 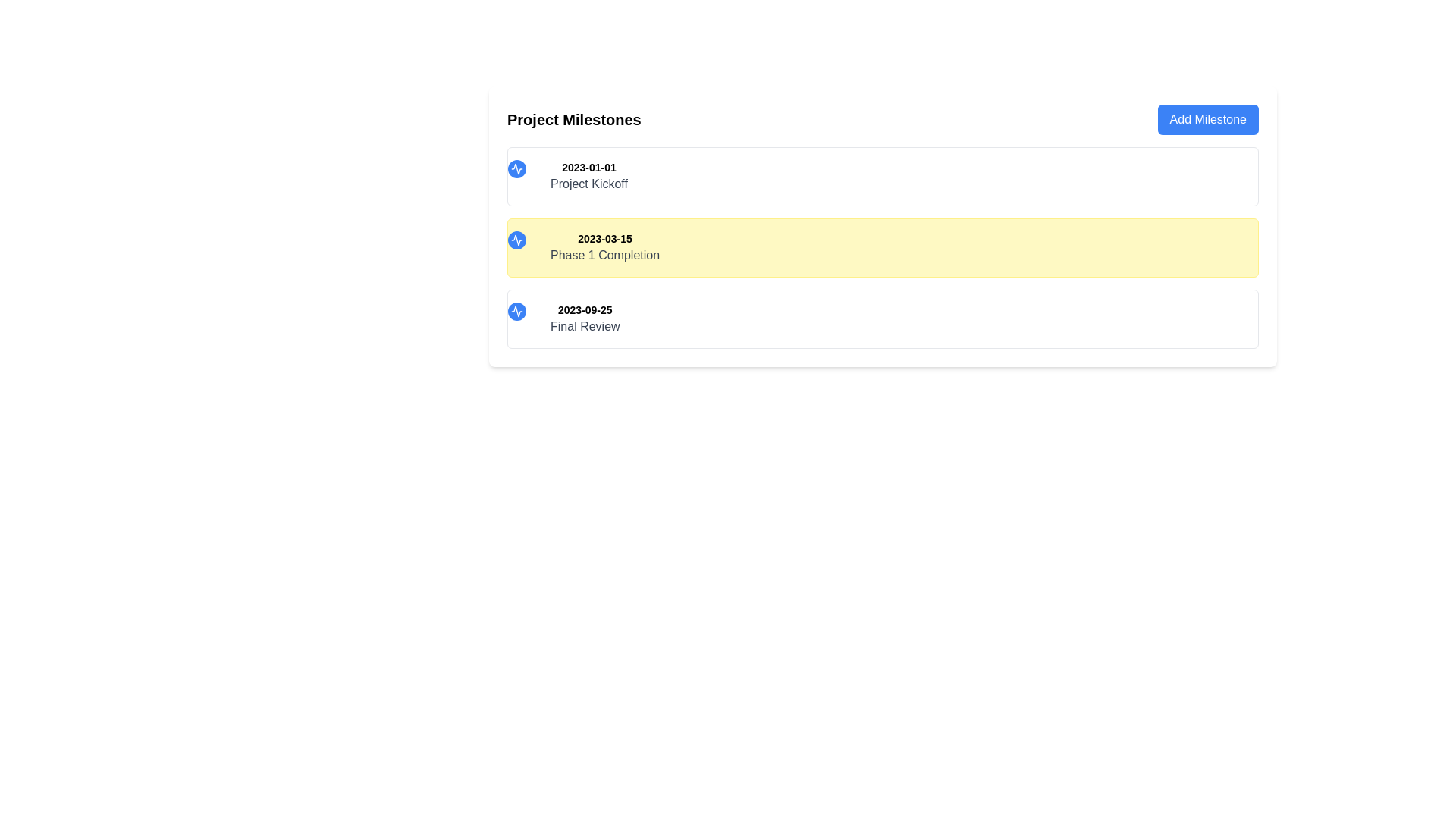 What do you see at coordinates (516, 311) in the screenshot?
I see `the SVG icon embedded within a circular background that serves as a visual identifier for the first milestone entry under the 'Project Milestones' list, located to the left of the text '2023-01-01 Project Kickoff'` at bounding box center [516, 311].